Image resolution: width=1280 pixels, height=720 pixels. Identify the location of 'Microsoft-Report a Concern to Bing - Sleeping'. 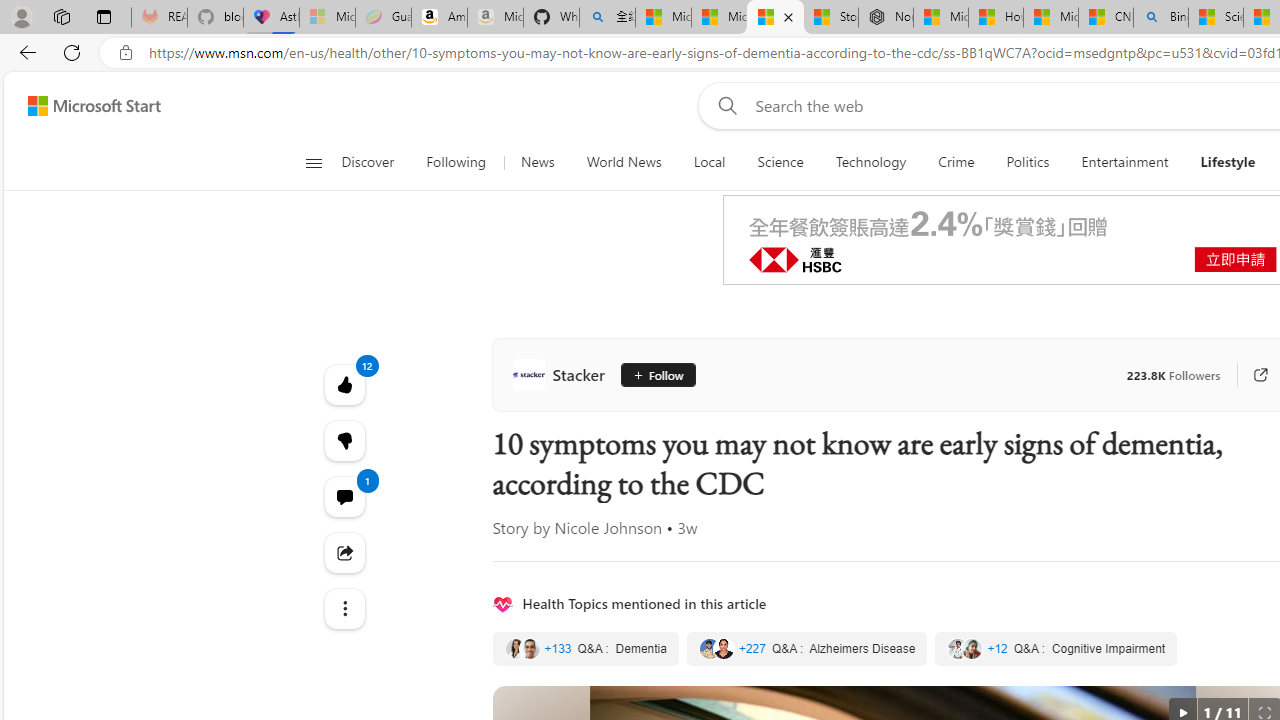
(327, 17).